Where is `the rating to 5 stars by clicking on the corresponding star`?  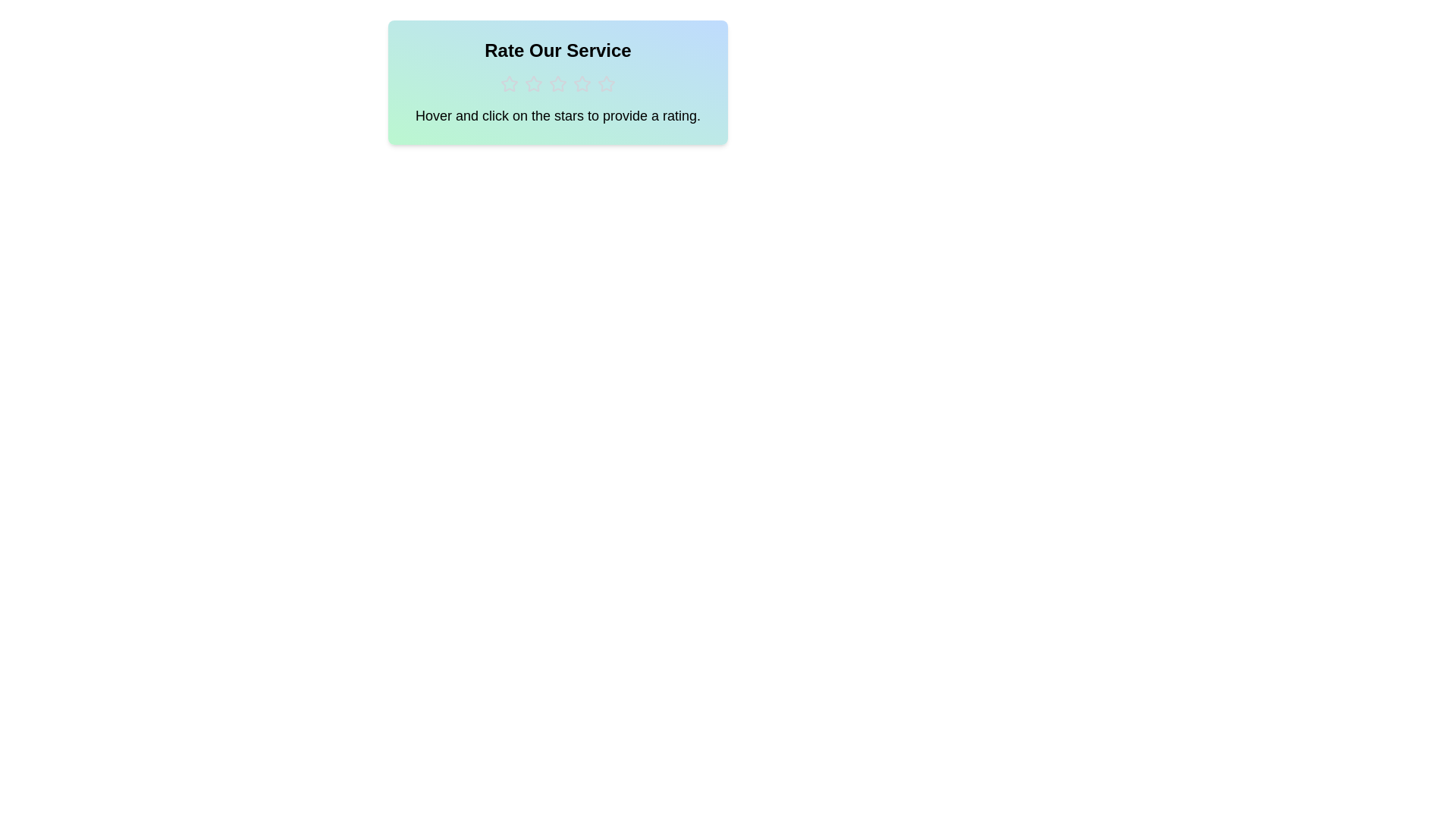
the rating to 5 stars by clicking on the corresponding star is located at coordinates (607, 84).